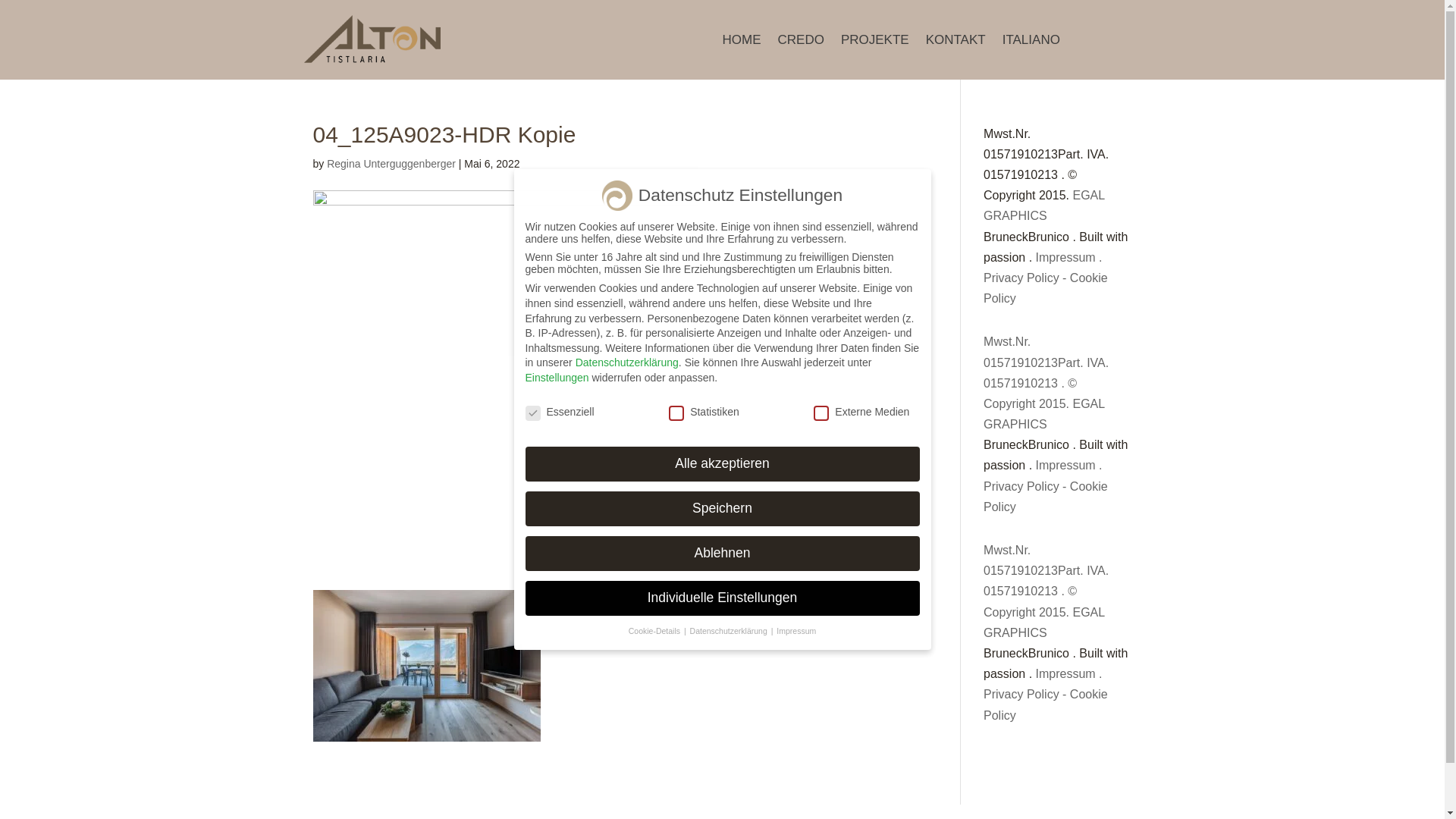 The height and width of the screenshot is (819, 1456). What do you see at coordinates (1044, 288) in the screenshot?
I see `'Cookie Policy'` at bounding box center [1044, 288].